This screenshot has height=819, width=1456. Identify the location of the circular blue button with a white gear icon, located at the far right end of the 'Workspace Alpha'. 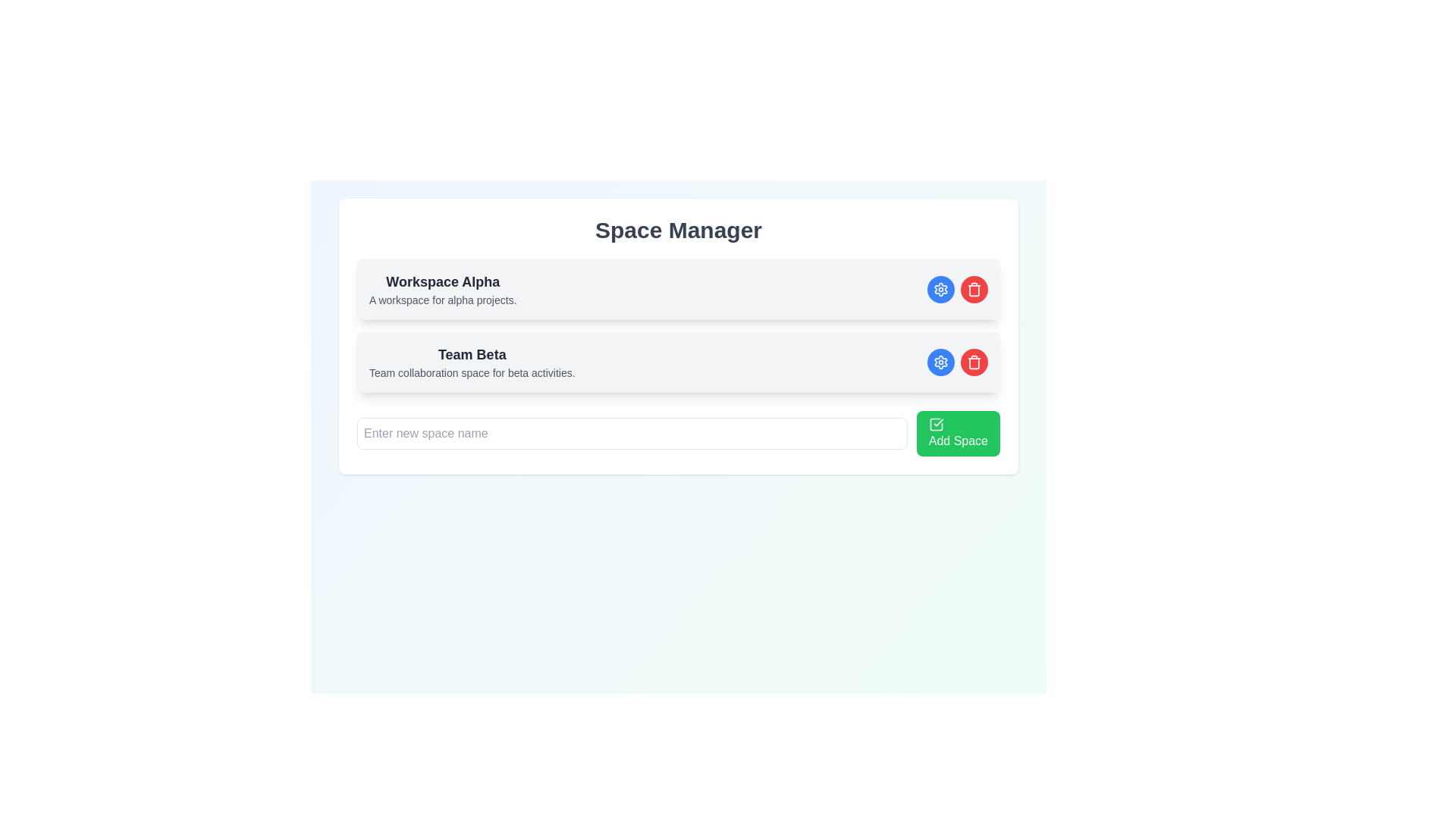
(940, 289).